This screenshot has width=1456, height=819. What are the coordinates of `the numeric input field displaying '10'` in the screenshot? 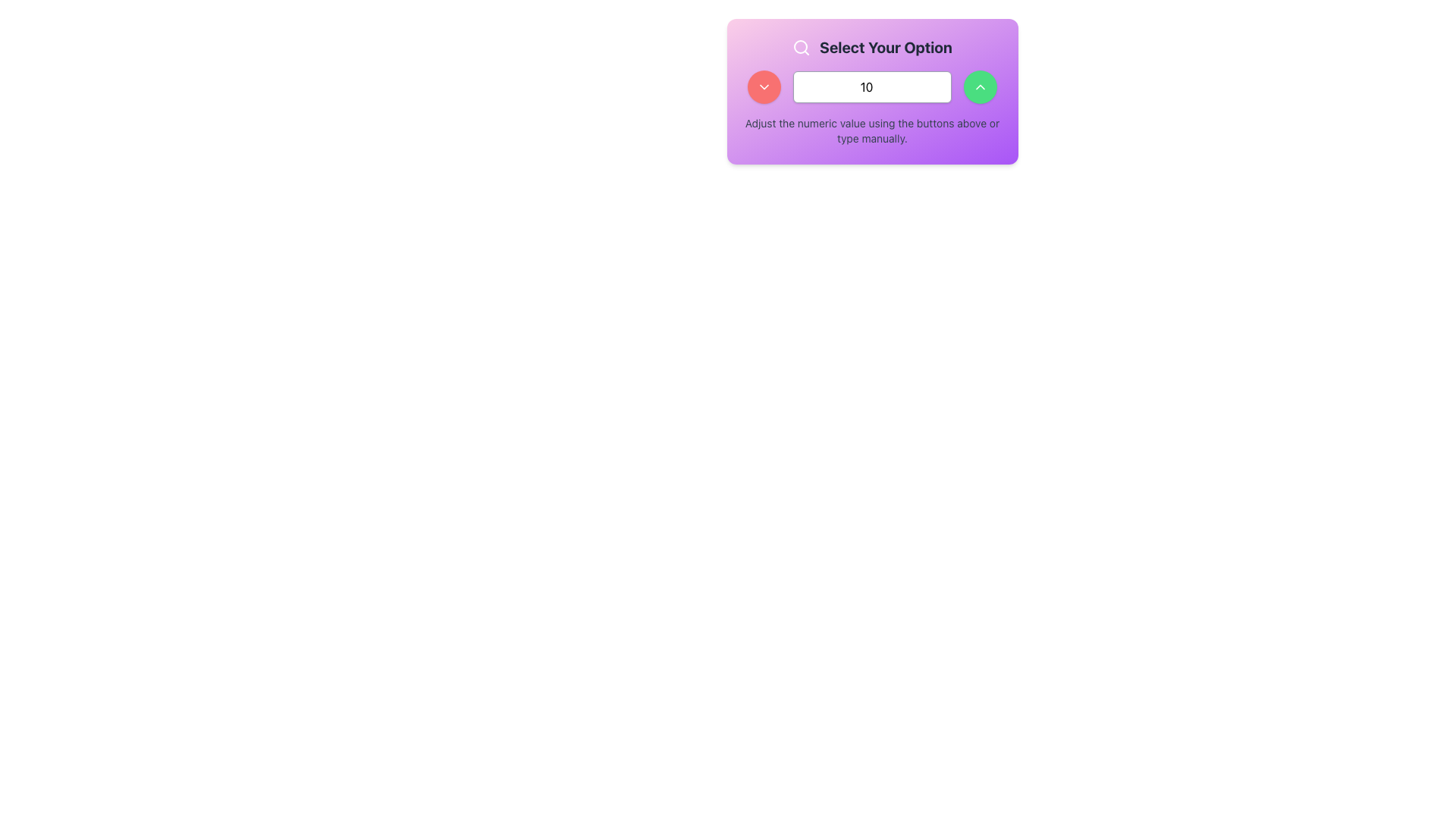 It's located at (872, 91).